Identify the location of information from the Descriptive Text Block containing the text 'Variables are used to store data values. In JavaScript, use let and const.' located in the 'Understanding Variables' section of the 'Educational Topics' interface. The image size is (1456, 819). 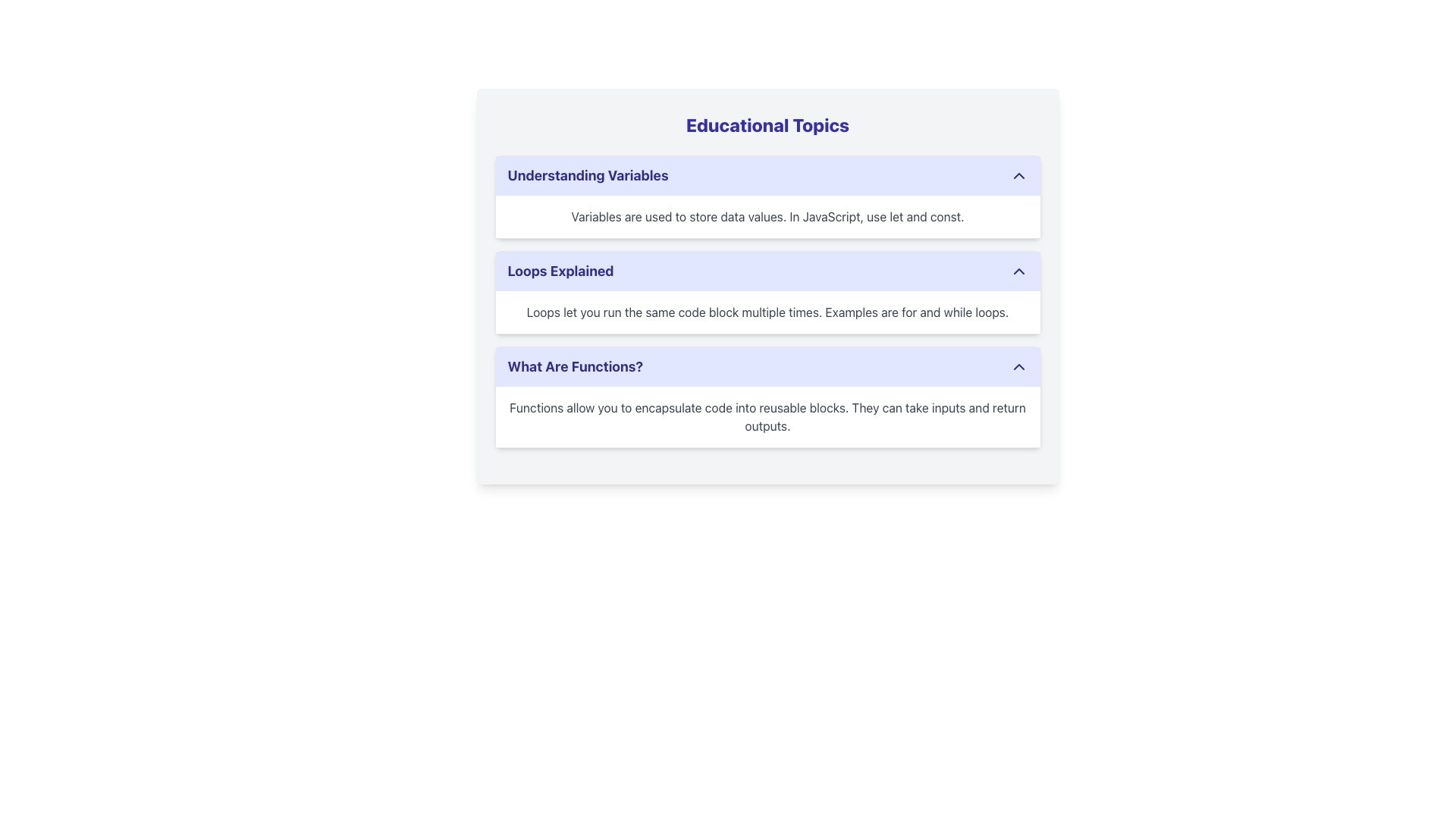
(767, 216).